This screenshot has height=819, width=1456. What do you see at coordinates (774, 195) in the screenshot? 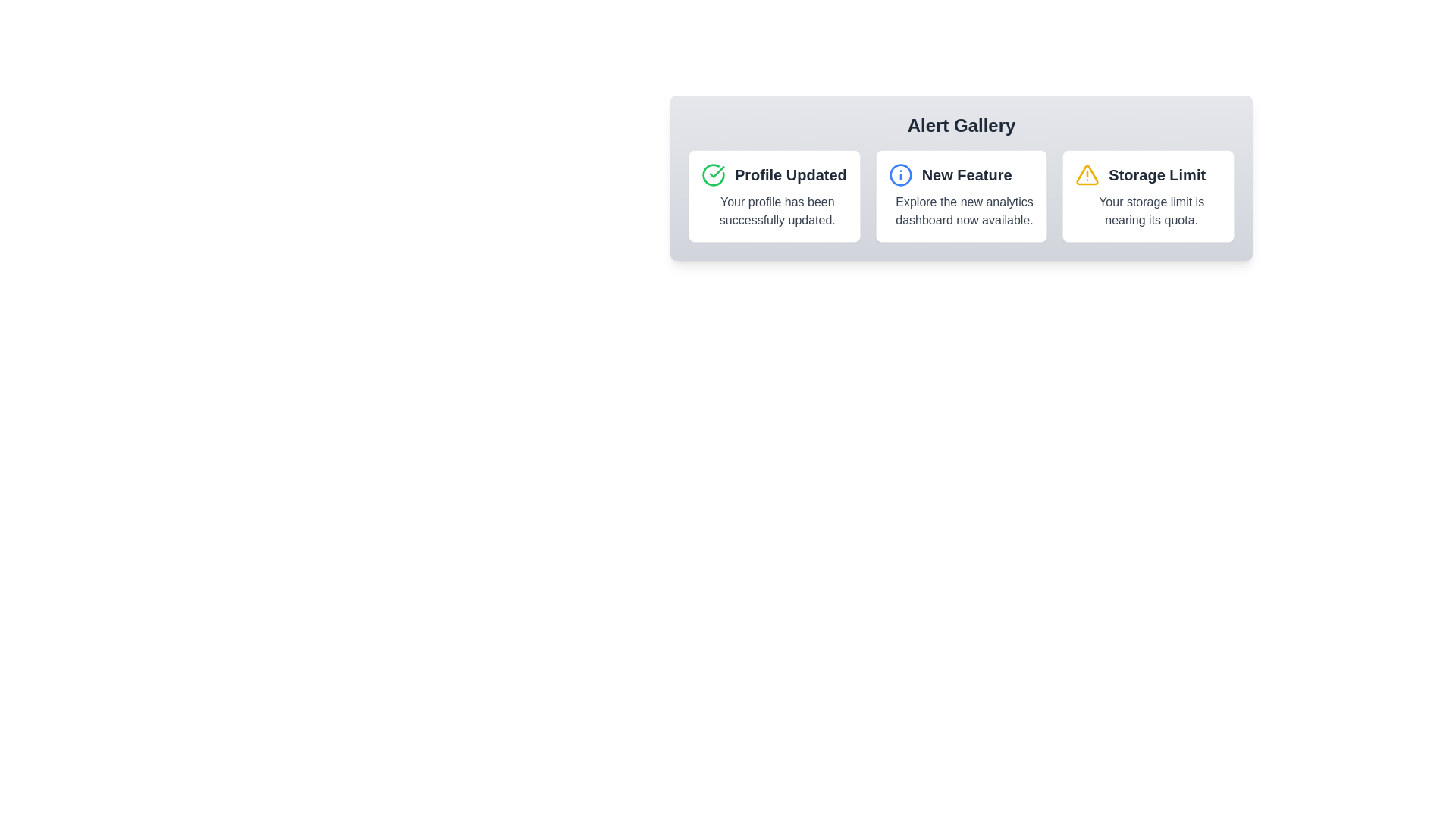
I see `the Information Card that conveys a success message for profile updates, located at the top-left corner of the grid in the 'Alert Gallery'` at bounding box center [774, 195].